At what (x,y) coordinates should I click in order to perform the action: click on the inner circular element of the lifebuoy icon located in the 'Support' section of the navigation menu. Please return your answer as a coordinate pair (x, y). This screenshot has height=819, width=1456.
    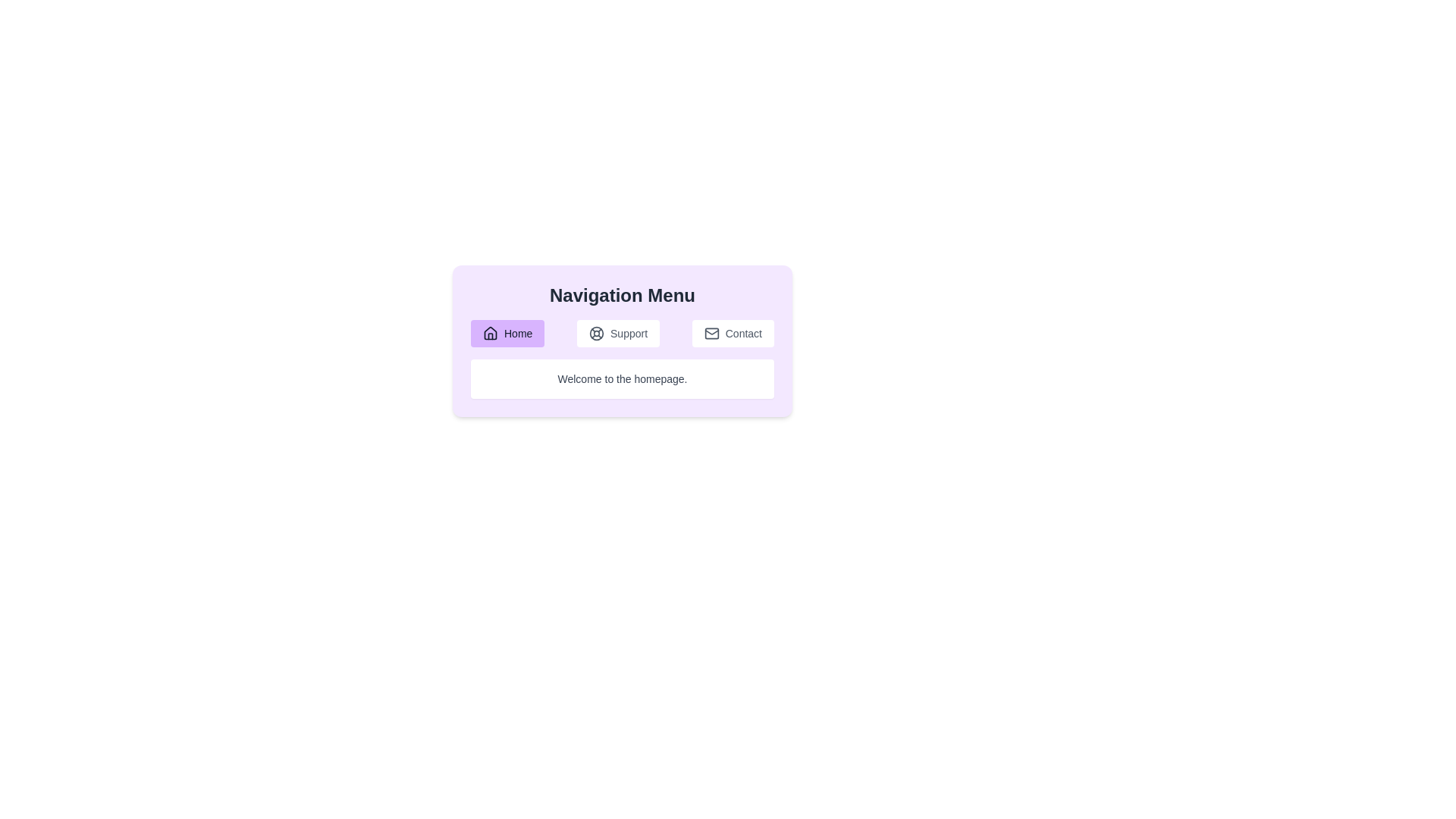
    Looking at the image, I should click on (596, 332).